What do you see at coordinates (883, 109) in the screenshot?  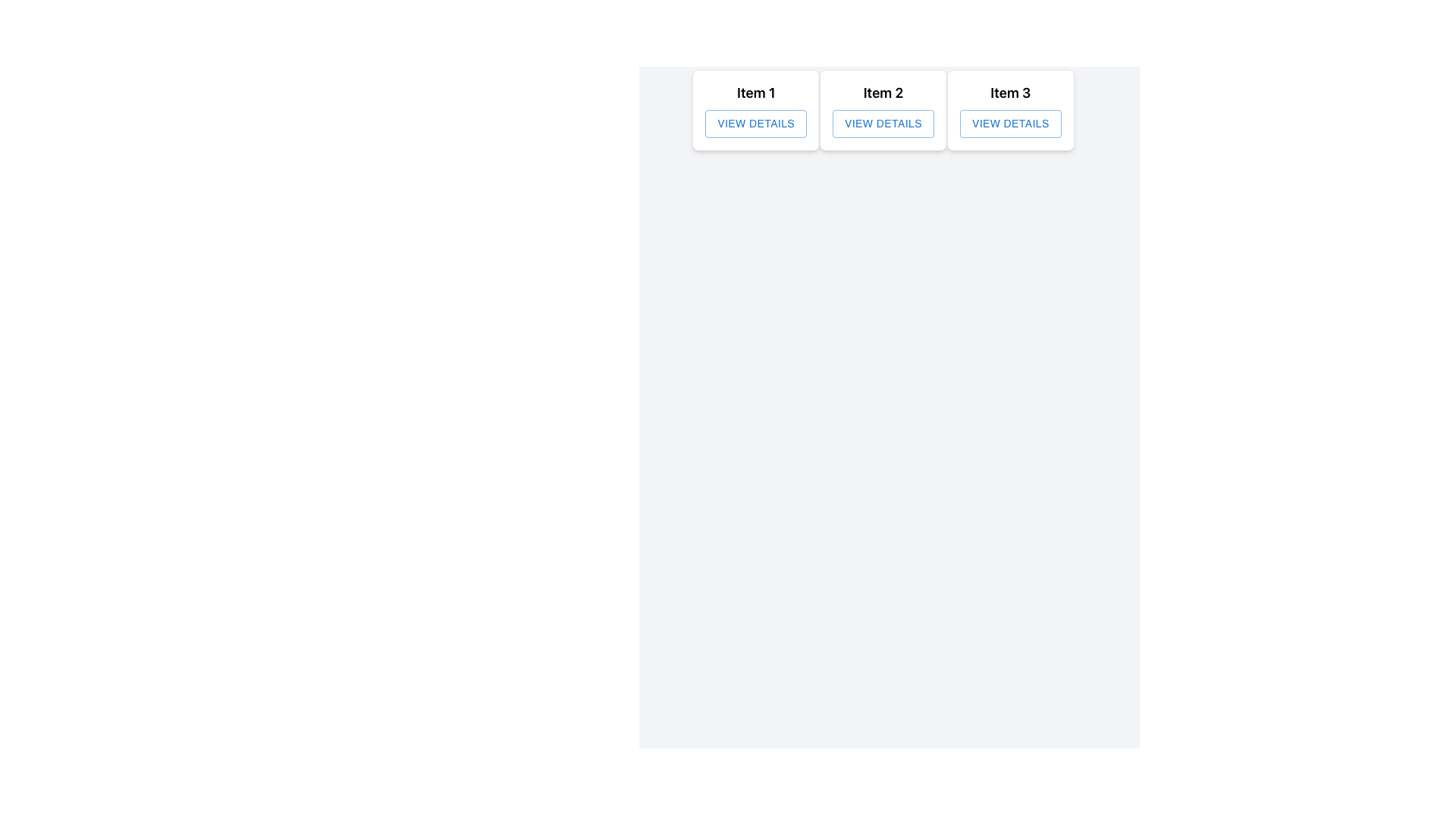 I see `the Composite component with the title 'Item 2' and the button labeled 'VIEW DETAILS'` at bounding box center [883, 109].